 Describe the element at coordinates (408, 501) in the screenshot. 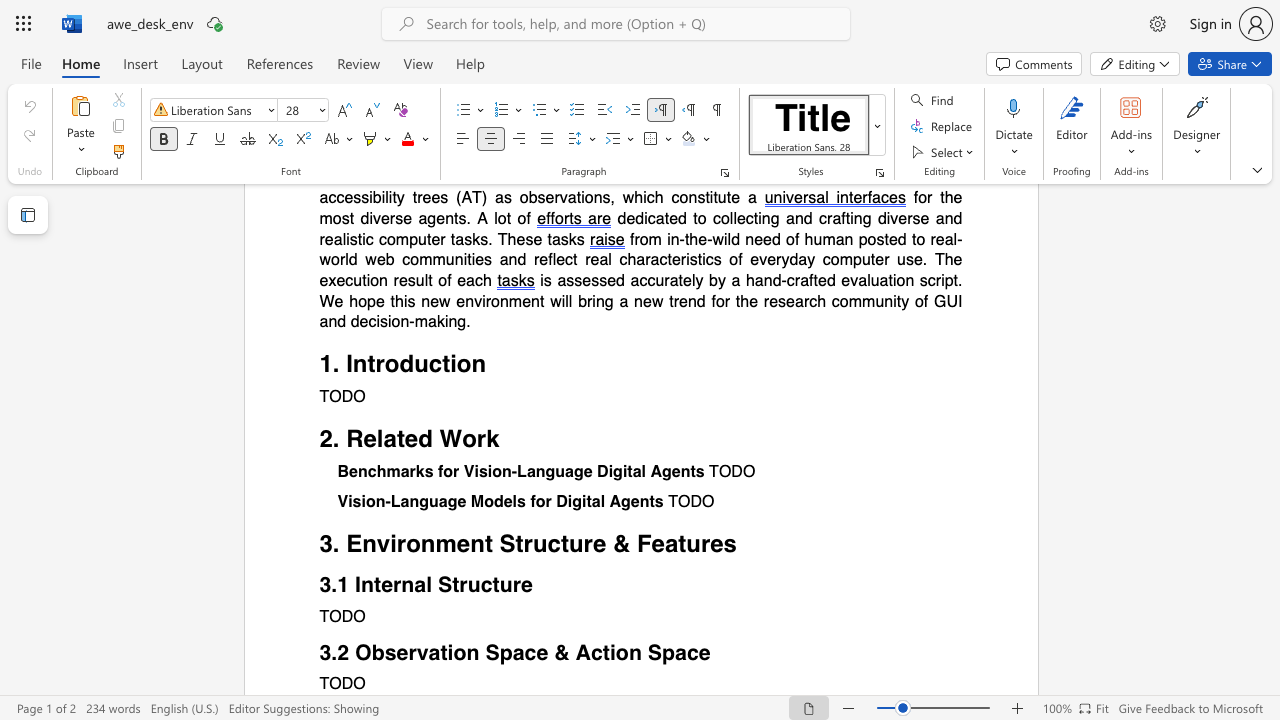

I see `the subset text "nguage Mode" within the text "Vision-Language Models for Digital Agents"` at that location.